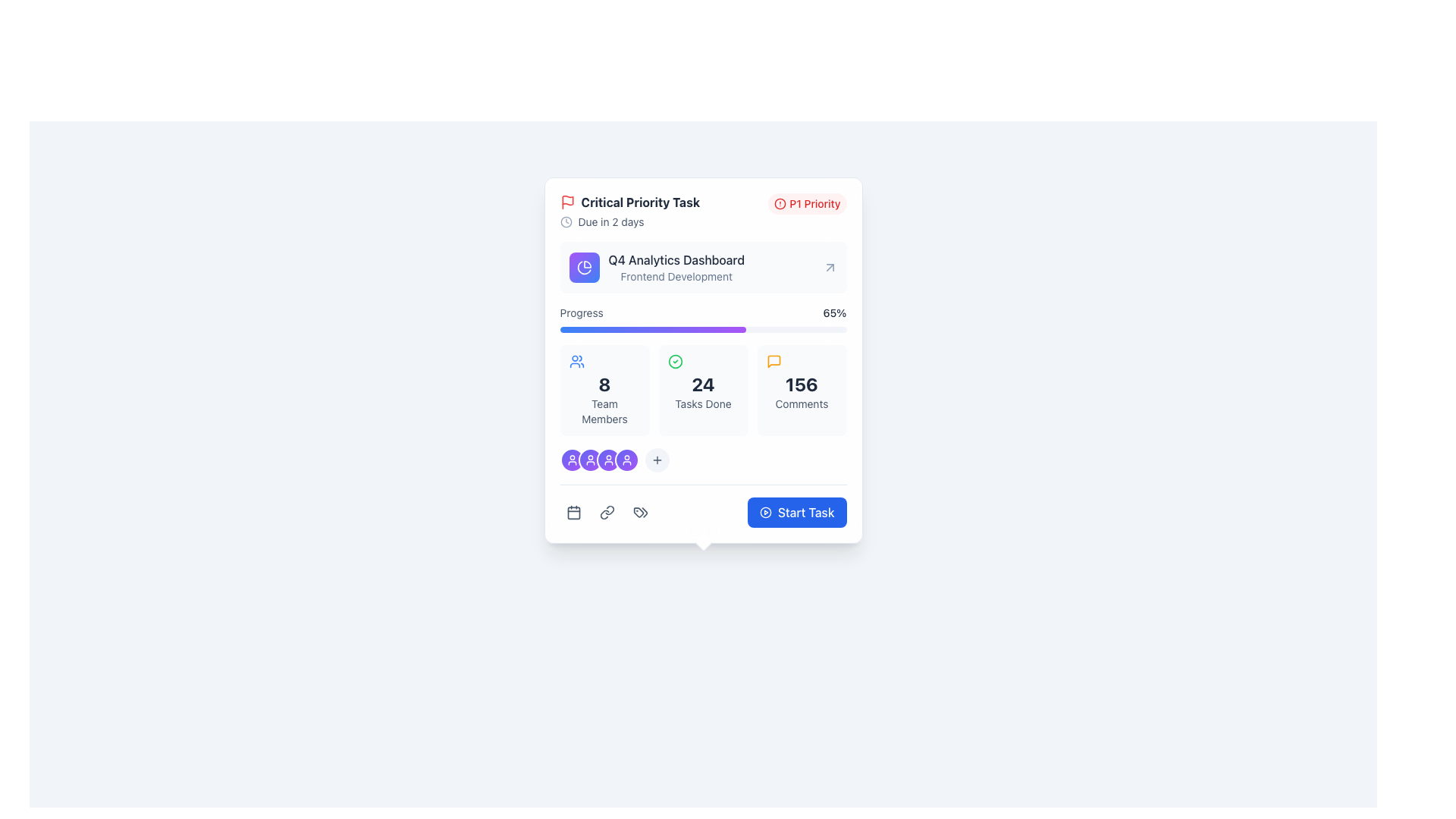 The height and width of the screenshot is (819, 1456). Describe the element at coordinates (608, 459) in the screenshot. I see `the user icon located in the lower left section of the card interface, which represents a user or team member associated with the task` at that location.